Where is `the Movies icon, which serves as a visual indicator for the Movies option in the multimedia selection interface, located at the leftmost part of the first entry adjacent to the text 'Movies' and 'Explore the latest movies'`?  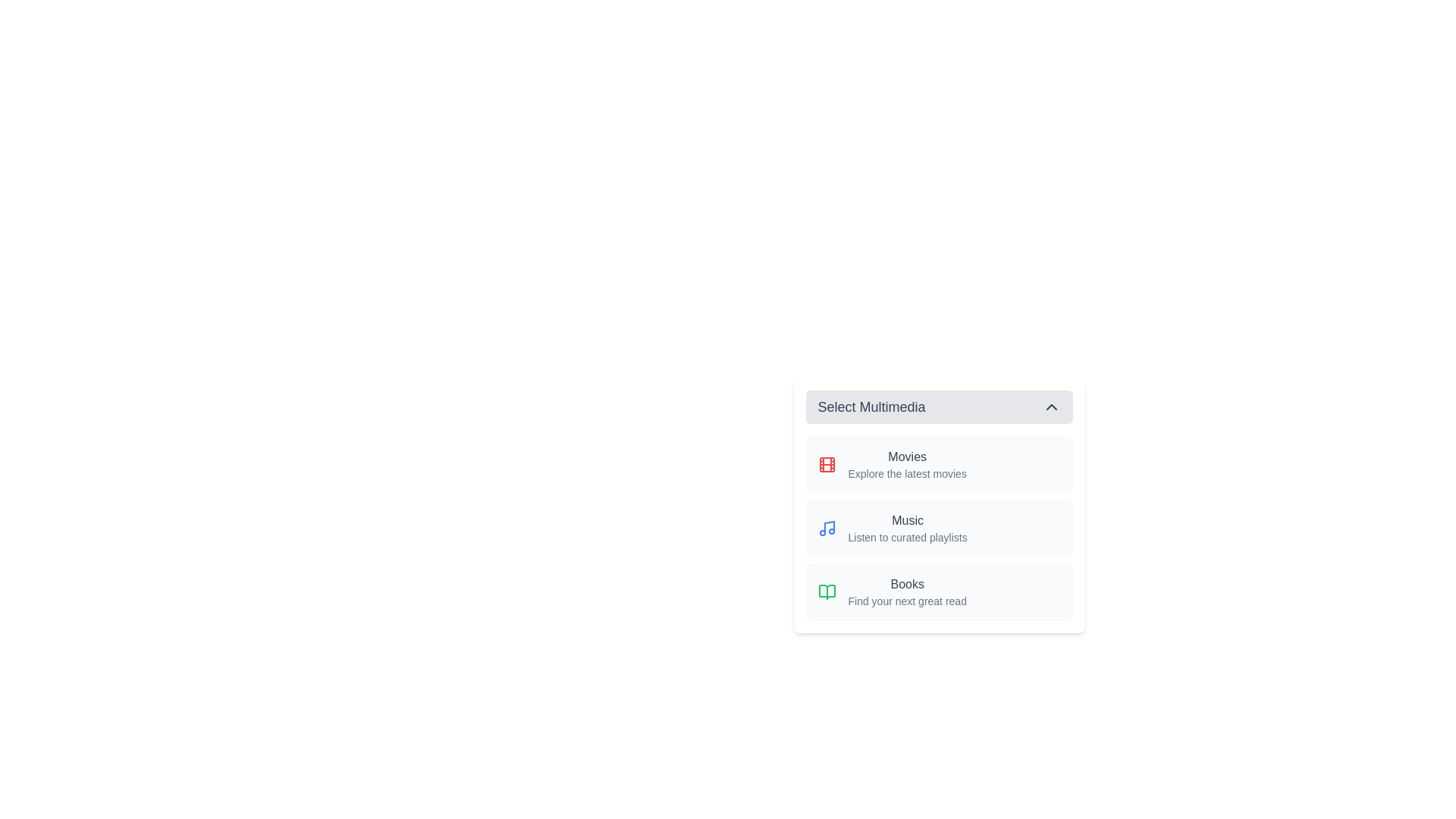
the Movies icon, which serves as a visual indicator for the Movies option in the multimedia selection interface, located at the leftmost part of the first entry adjacent to the text 'Movies' and 'Explore the latest movies' is located at coordinates (826, 464).